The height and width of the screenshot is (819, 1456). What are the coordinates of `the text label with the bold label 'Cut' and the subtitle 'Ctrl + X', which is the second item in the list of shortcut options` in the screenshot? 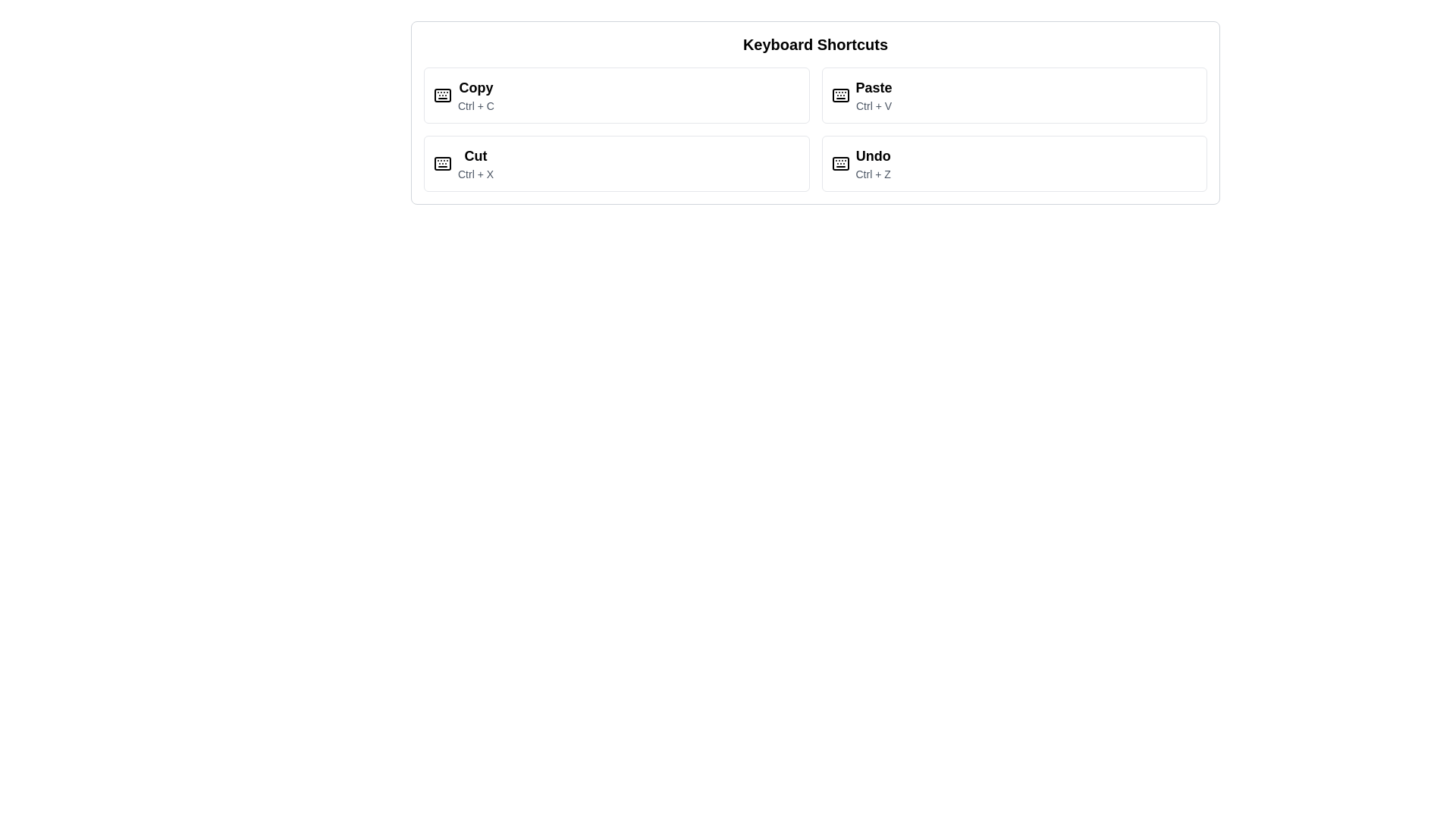 It's located at (475, 164).